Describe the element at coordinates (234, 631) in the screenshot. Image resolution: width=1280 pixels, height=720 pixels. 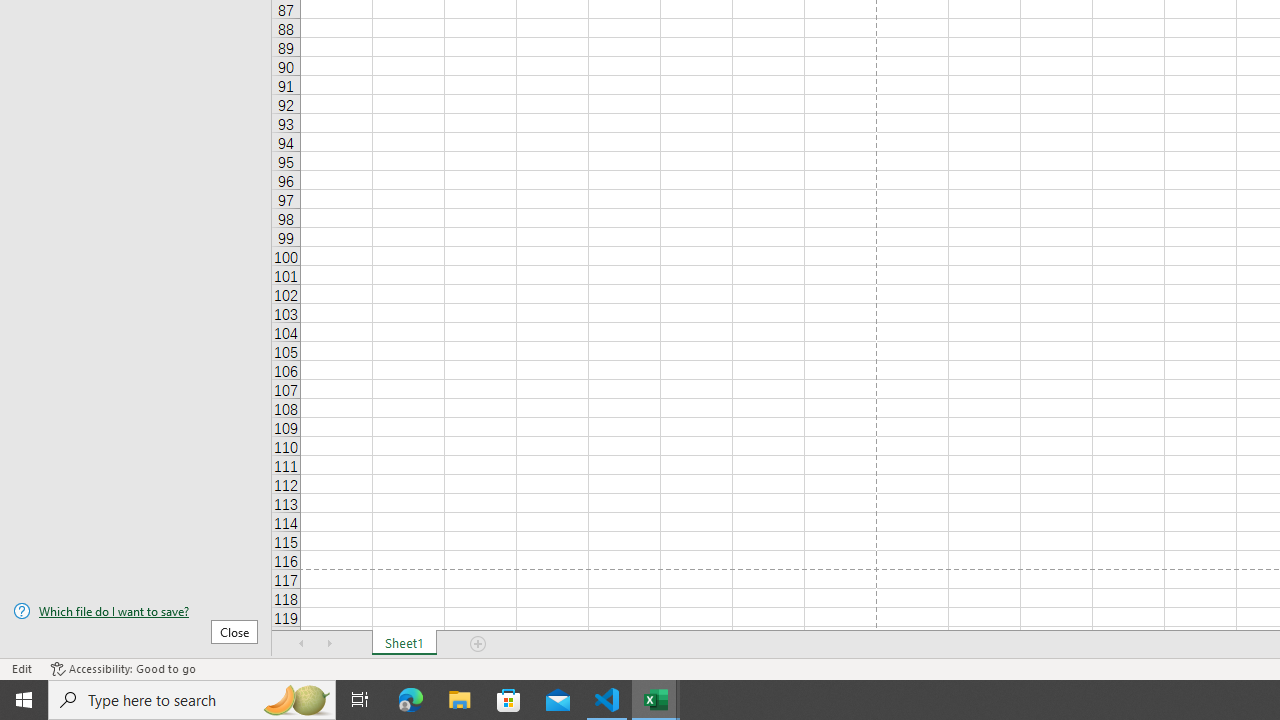
I see `'Close'` at that location.